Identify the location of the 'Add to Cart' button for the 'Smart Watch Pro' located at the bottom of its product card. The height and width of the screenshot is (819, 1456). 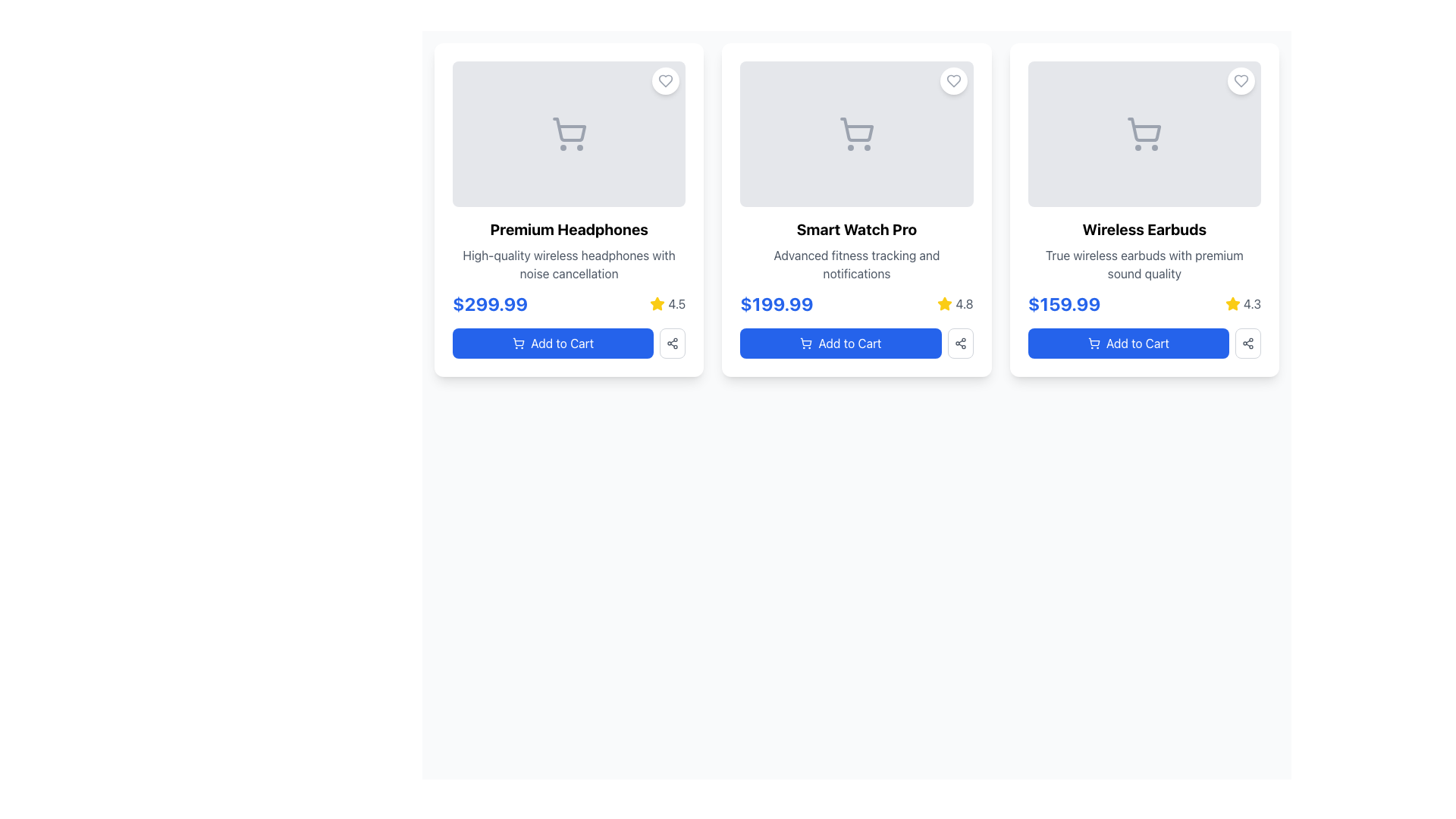
(839, 343).